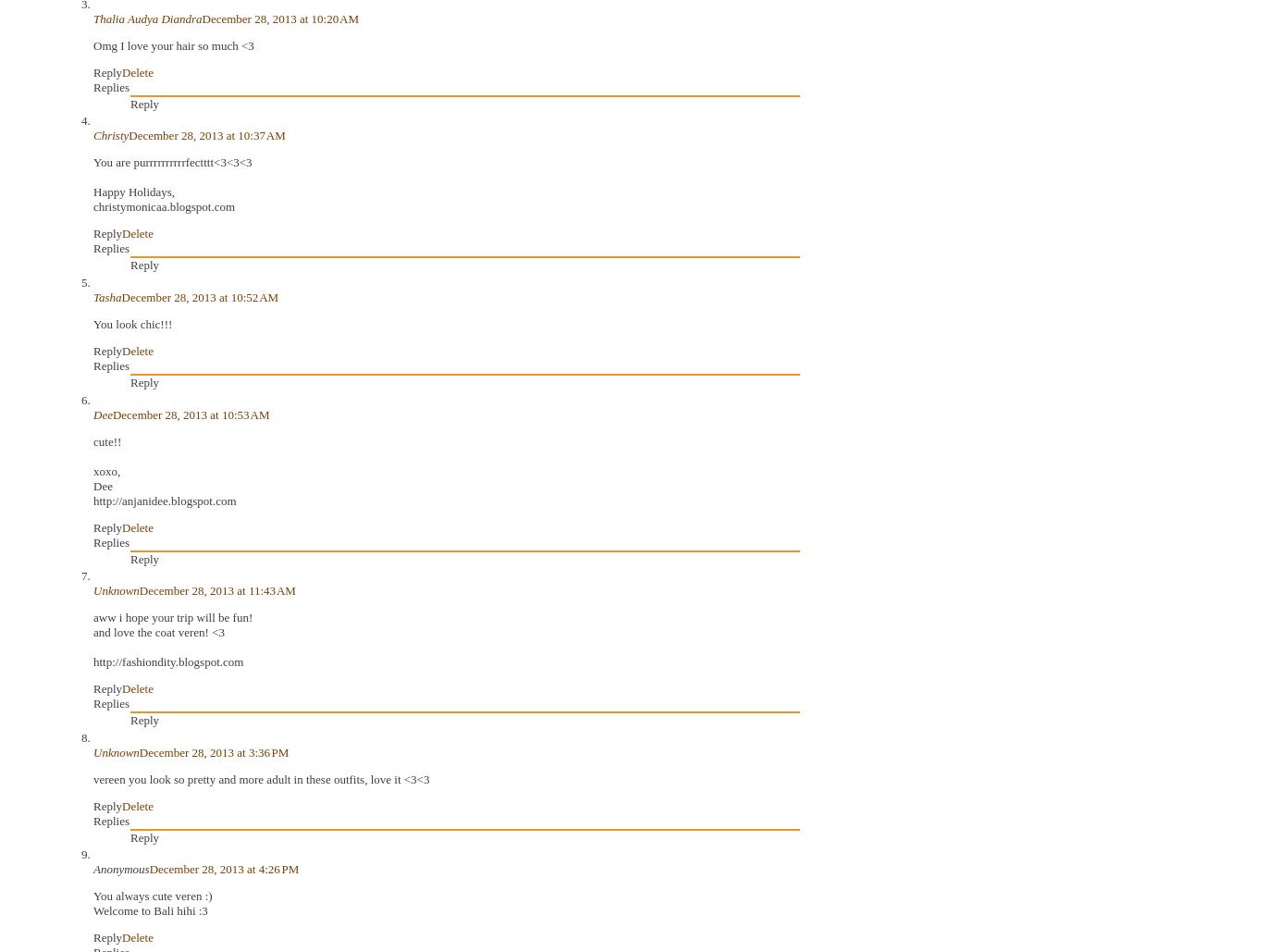  What do you see at coordinates (171, 162) in the screenshot?
I see `'You are purrrrrrrrrrfectttt<3<3<3'` at bounding box center [171, 162].